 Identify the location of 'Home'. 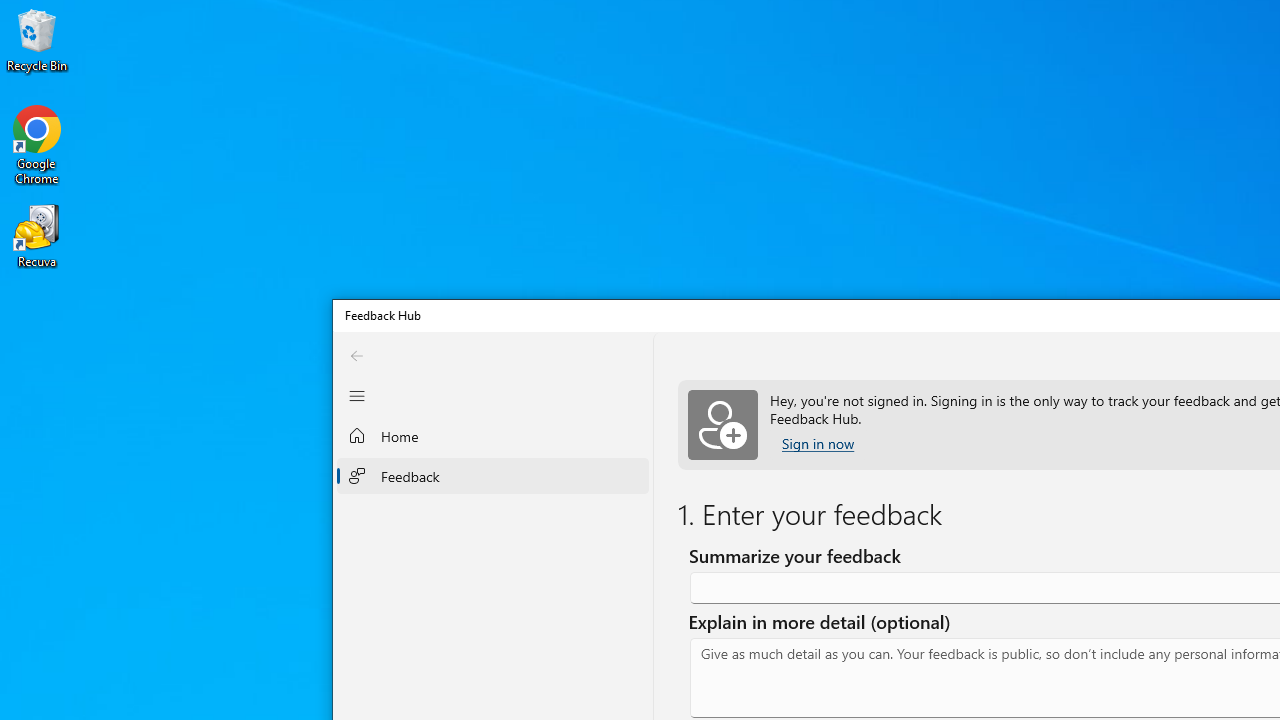
(492, 435).